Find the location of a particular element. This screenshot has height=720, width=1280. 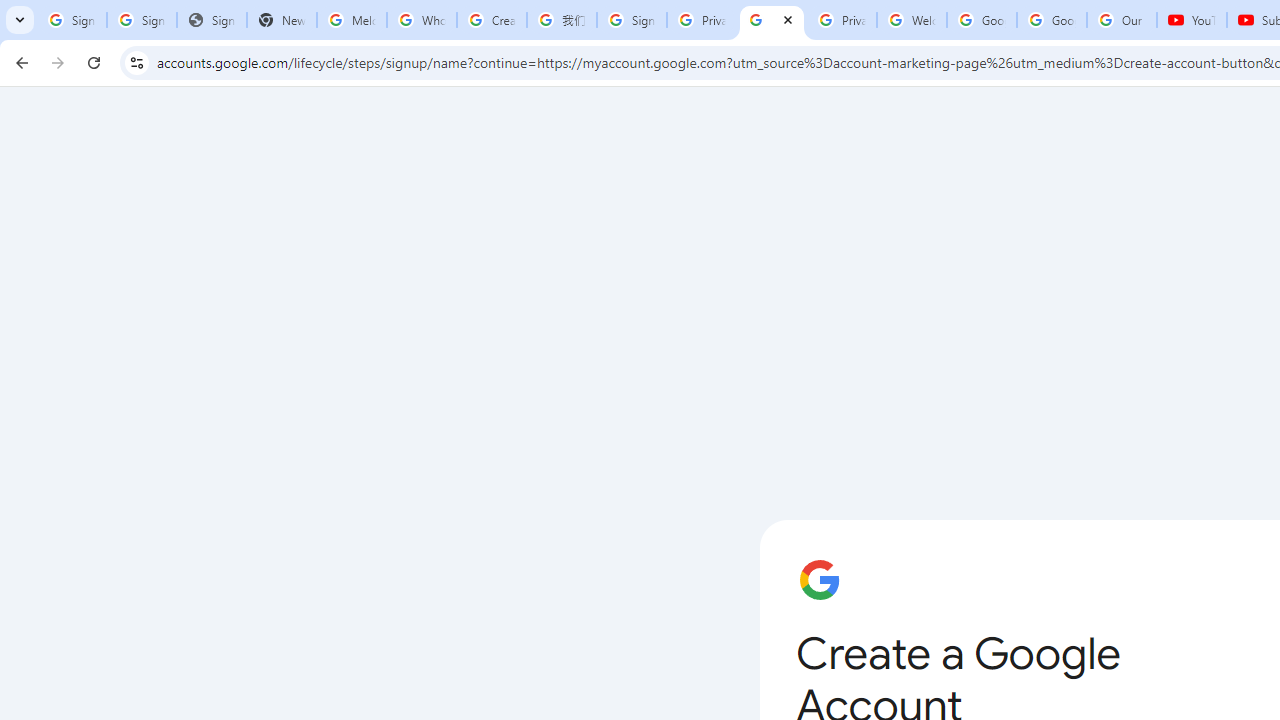

'Sign in - Google Accounts' is located at coordinates (72, 20).